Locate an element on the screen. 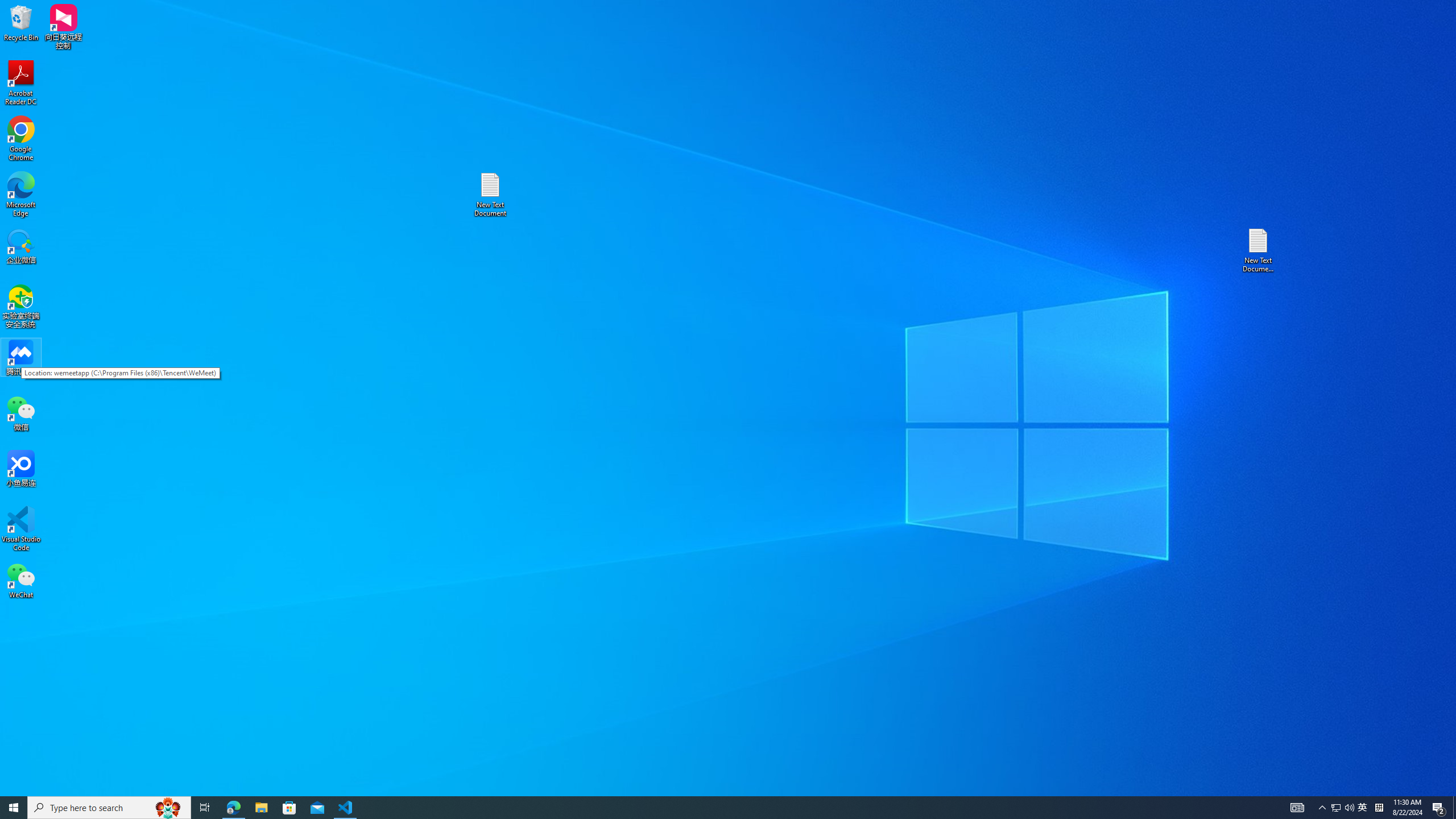  'Microsoft Edge' is located at coordinates (20, 194).